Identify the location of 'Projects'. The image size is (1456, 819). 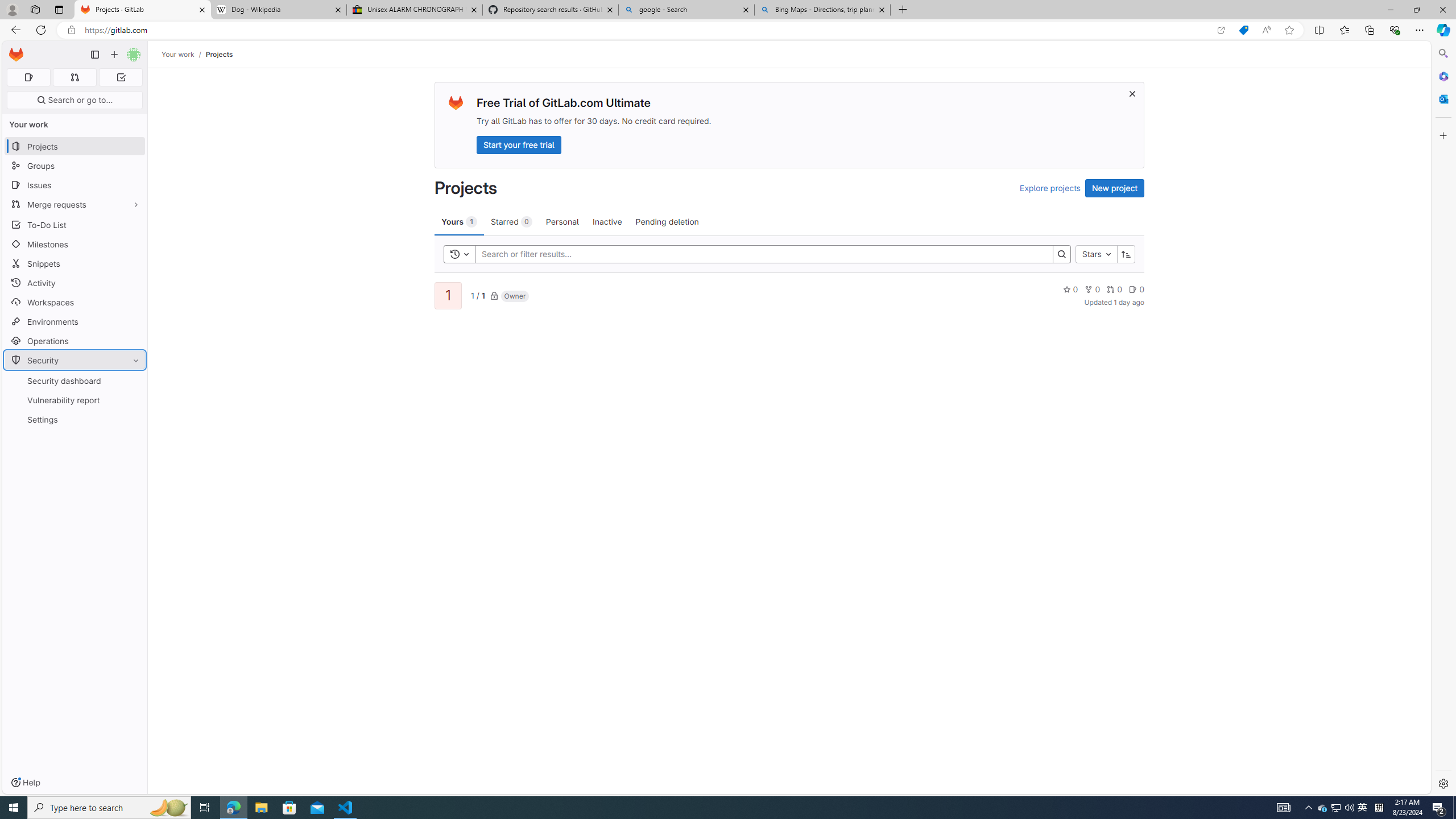
(218, 54).